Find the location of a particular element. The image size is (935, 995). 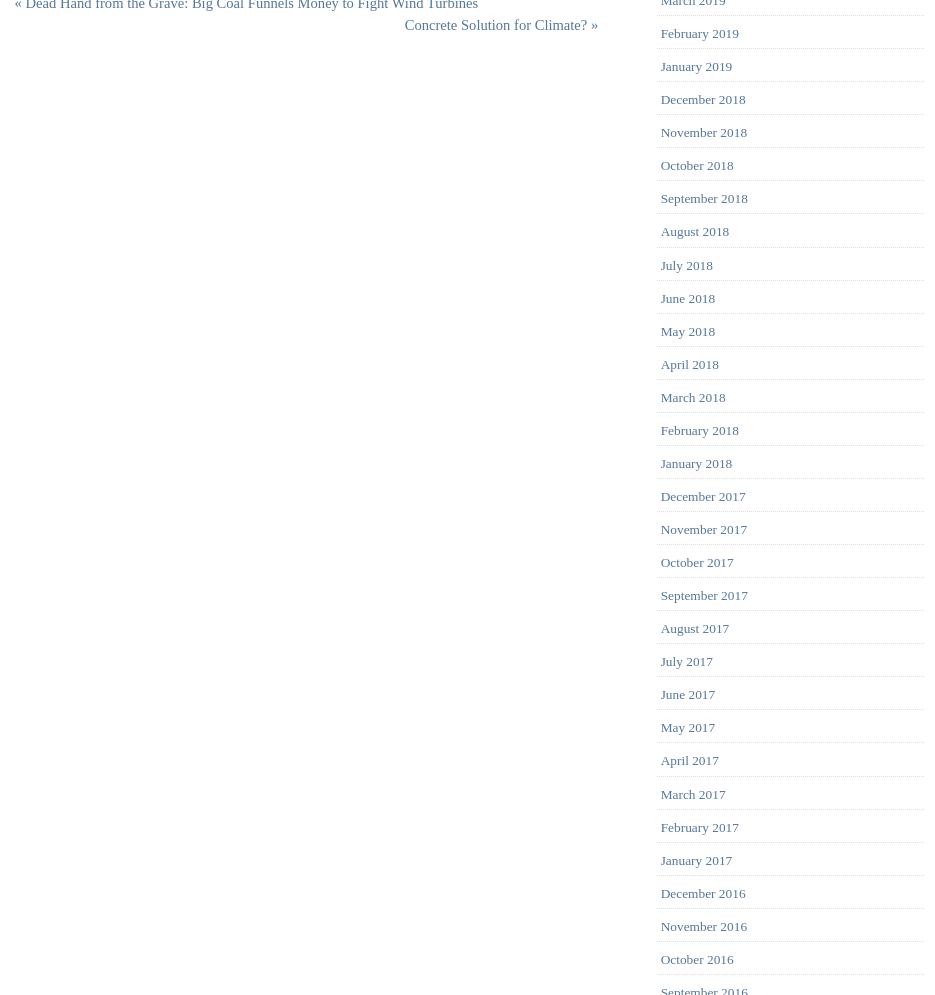

'April 2018' is located at coordinates (688, 362).